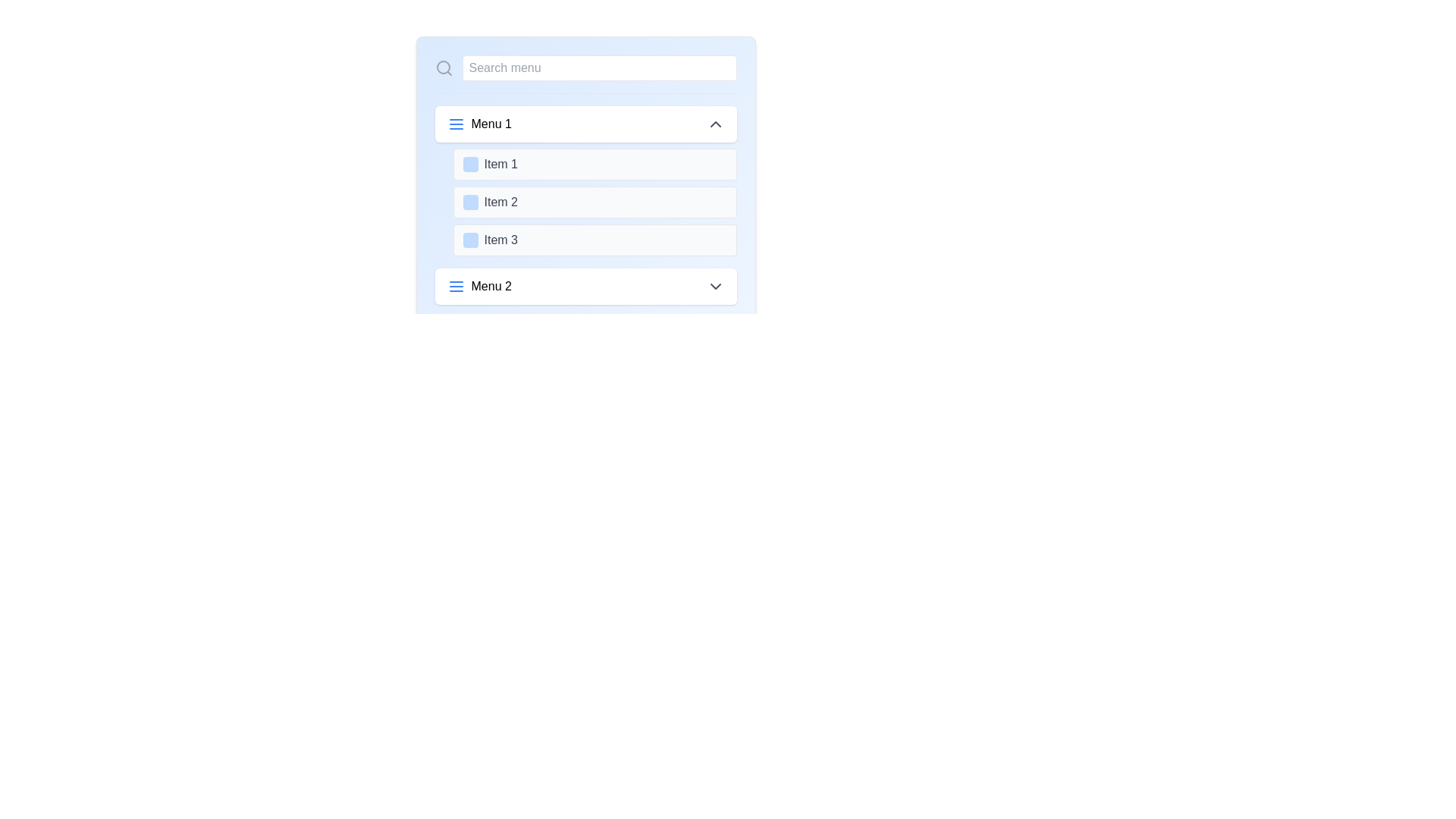  Describe the element at coordinates (594, 239) in the screenshot. I see `the third item in a stacked list of three, located between 'Item 2' above and 'Menu 2' below` at that location.